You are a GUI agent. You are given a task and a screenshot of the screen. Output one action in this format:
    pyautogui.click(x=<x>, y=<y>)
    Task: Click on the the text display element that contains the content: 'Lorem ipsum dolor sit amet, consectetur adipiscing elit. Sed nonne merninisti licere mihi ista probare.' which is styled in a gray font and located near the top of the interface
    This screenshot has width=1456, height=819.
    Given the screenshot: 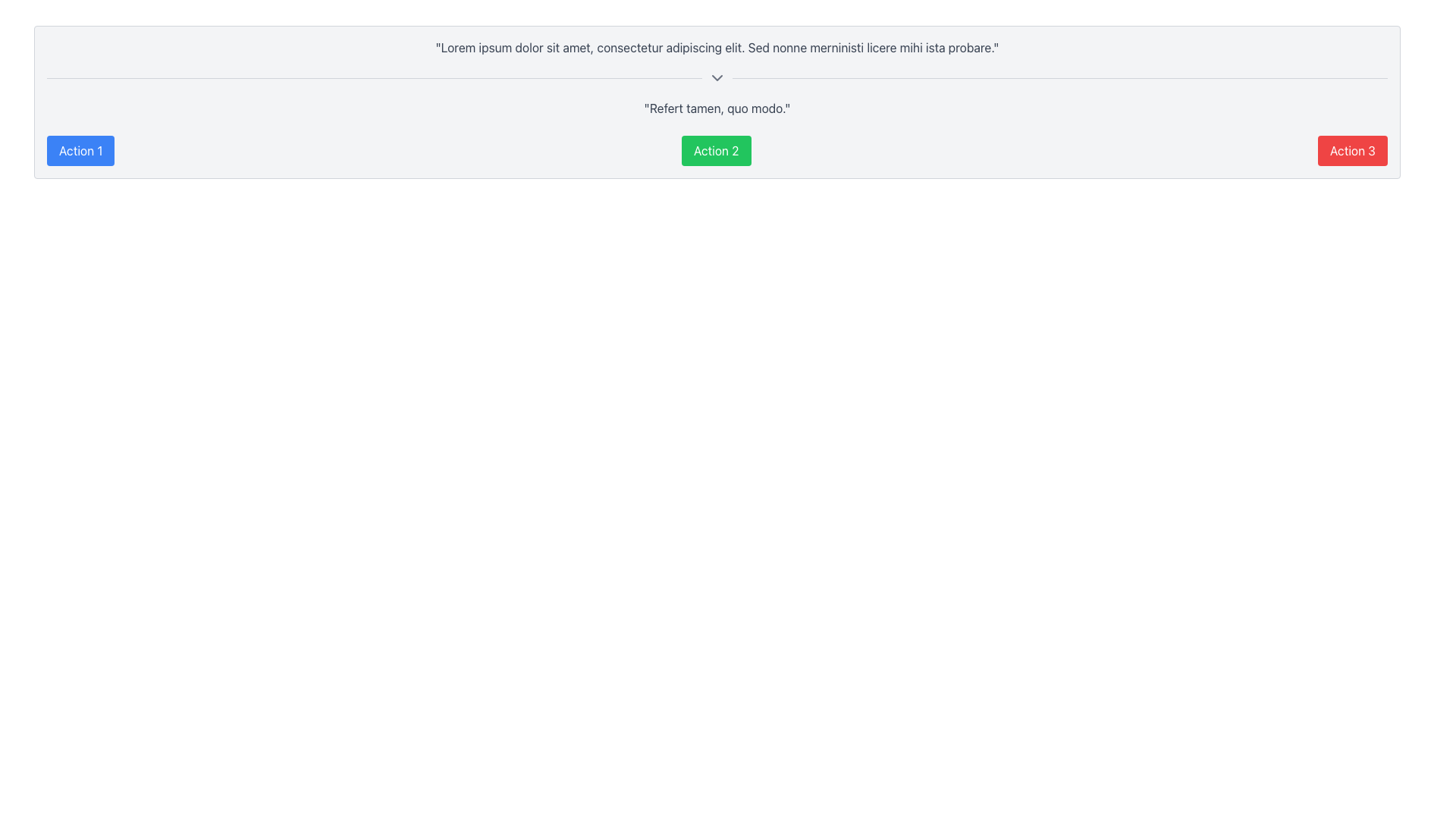 What is the action you would take?
    pyautogui.click(x=716, y=46)
    